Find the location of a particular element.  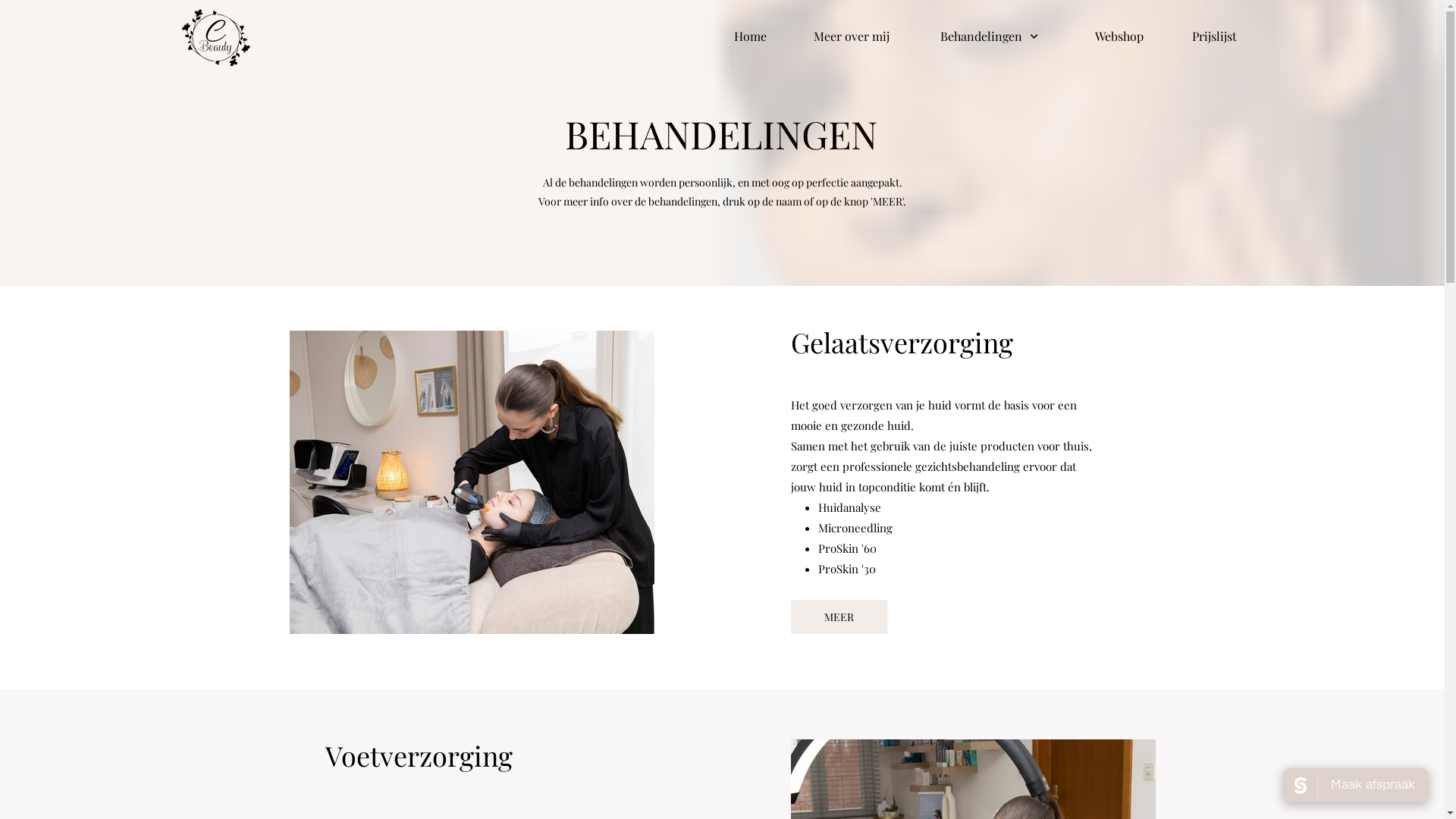

'Home' is located at coordinates (734, 35).